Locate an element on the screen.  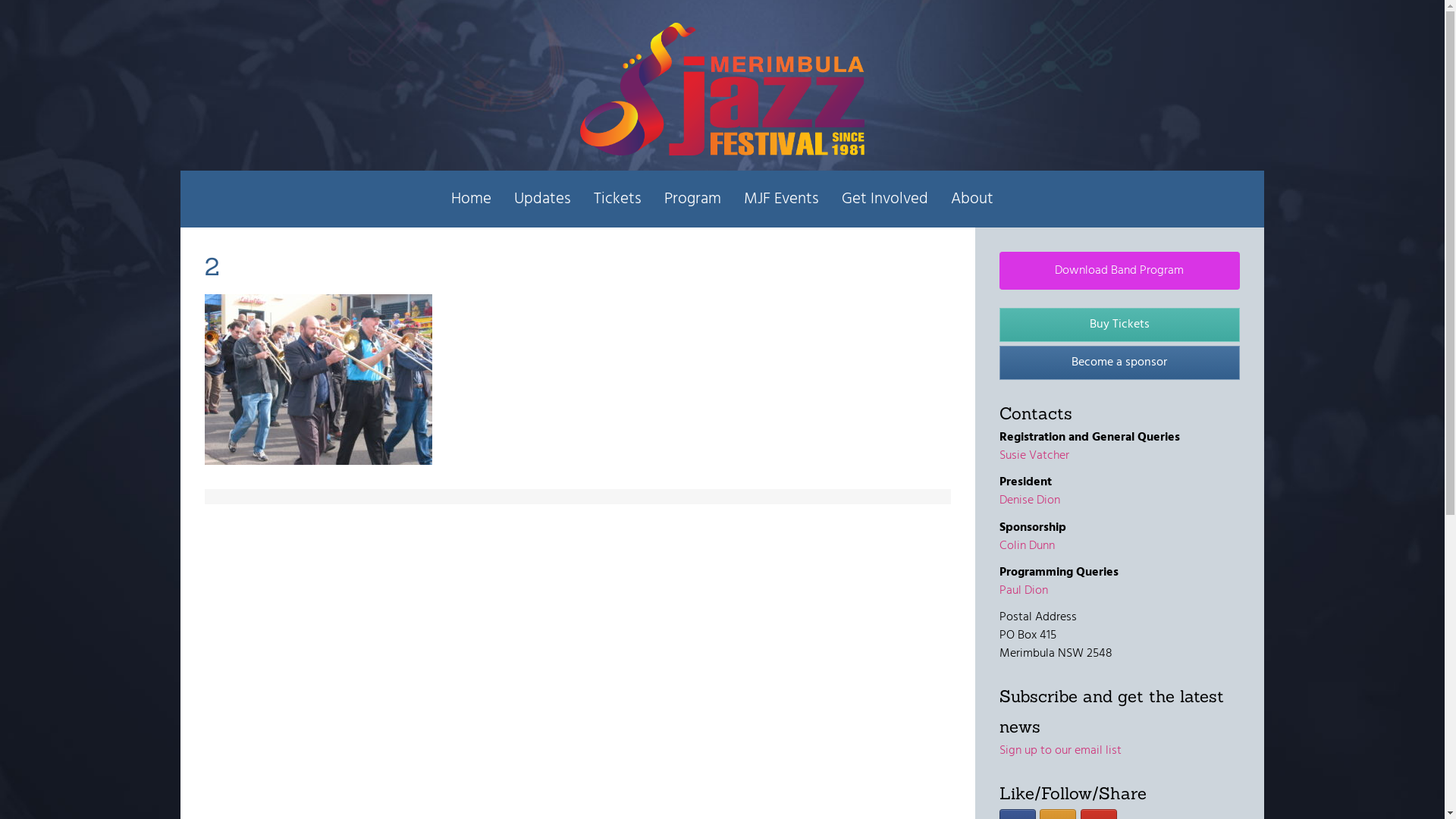
'Buy Tickets' is located at coordinates (1119, 324).